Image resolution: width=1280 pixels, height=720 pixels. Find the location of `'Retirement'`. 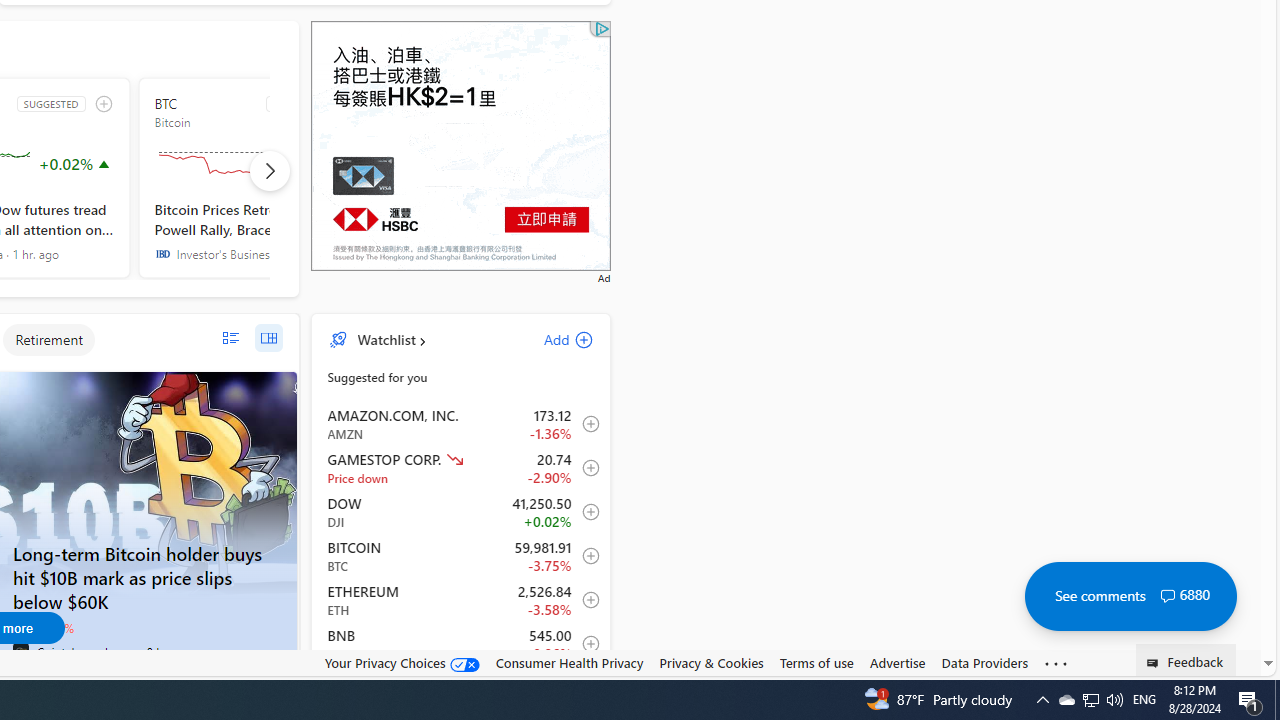

'Retirement' is located at coordinates (48, 338).